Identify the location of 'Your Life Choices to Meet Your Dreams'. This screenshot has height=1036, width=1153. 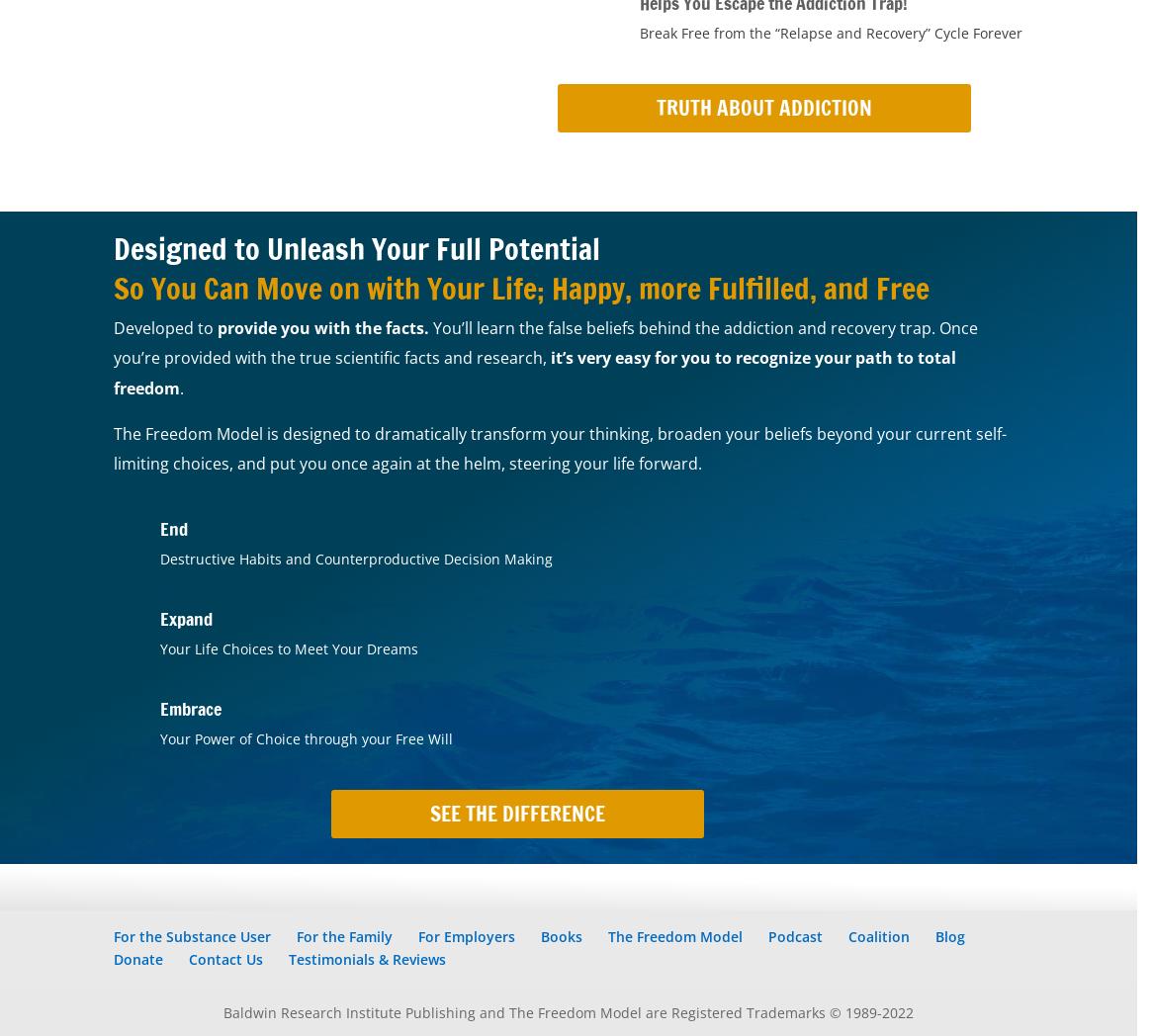
(289, 648).